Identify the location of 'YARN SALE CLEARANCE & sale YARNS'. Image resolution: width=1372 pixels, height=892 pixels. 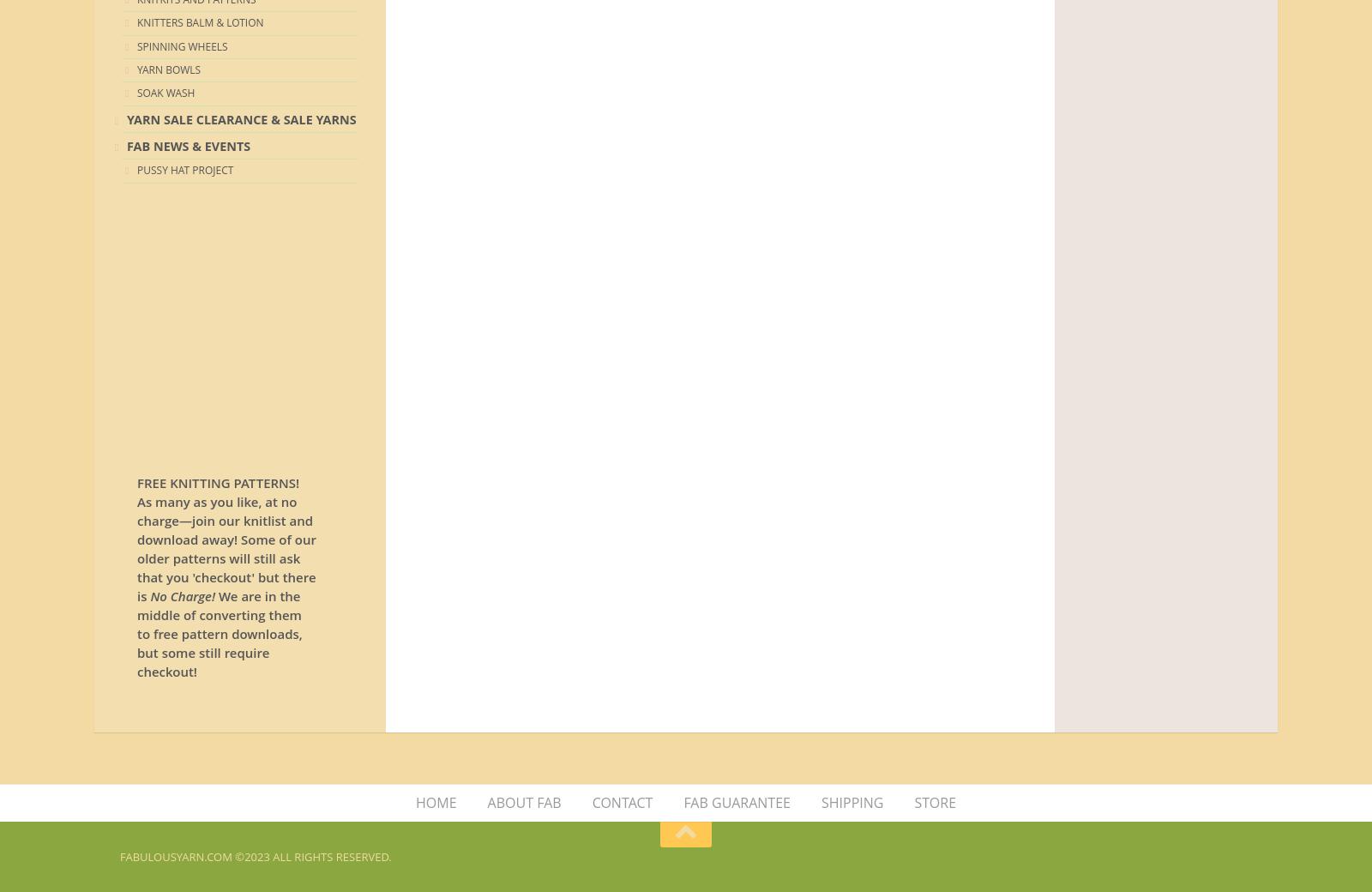
(126, 118).